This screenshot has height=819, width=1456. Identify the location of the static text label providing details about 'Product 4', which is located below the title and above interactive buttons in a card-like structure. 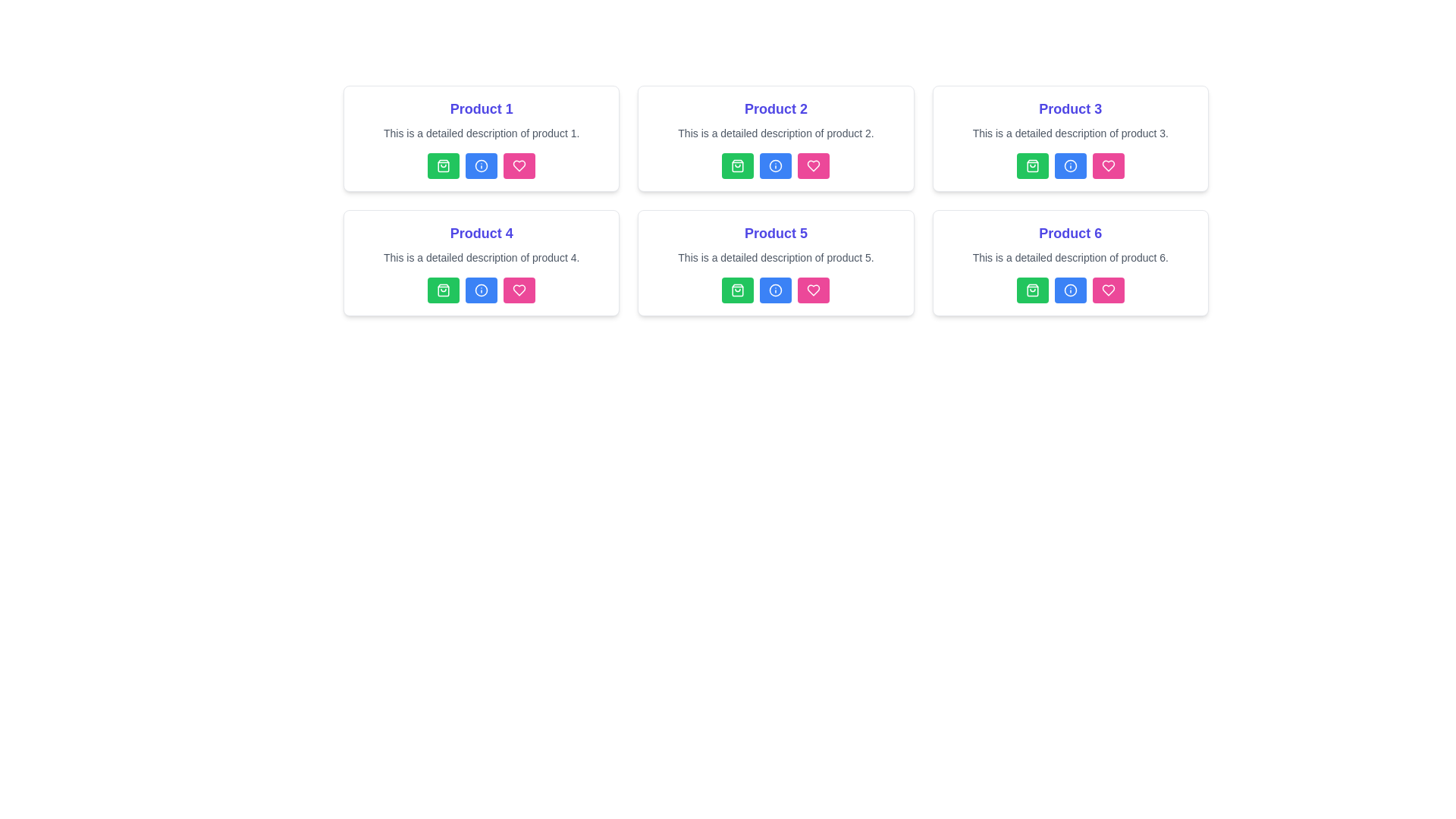
(481, 256).